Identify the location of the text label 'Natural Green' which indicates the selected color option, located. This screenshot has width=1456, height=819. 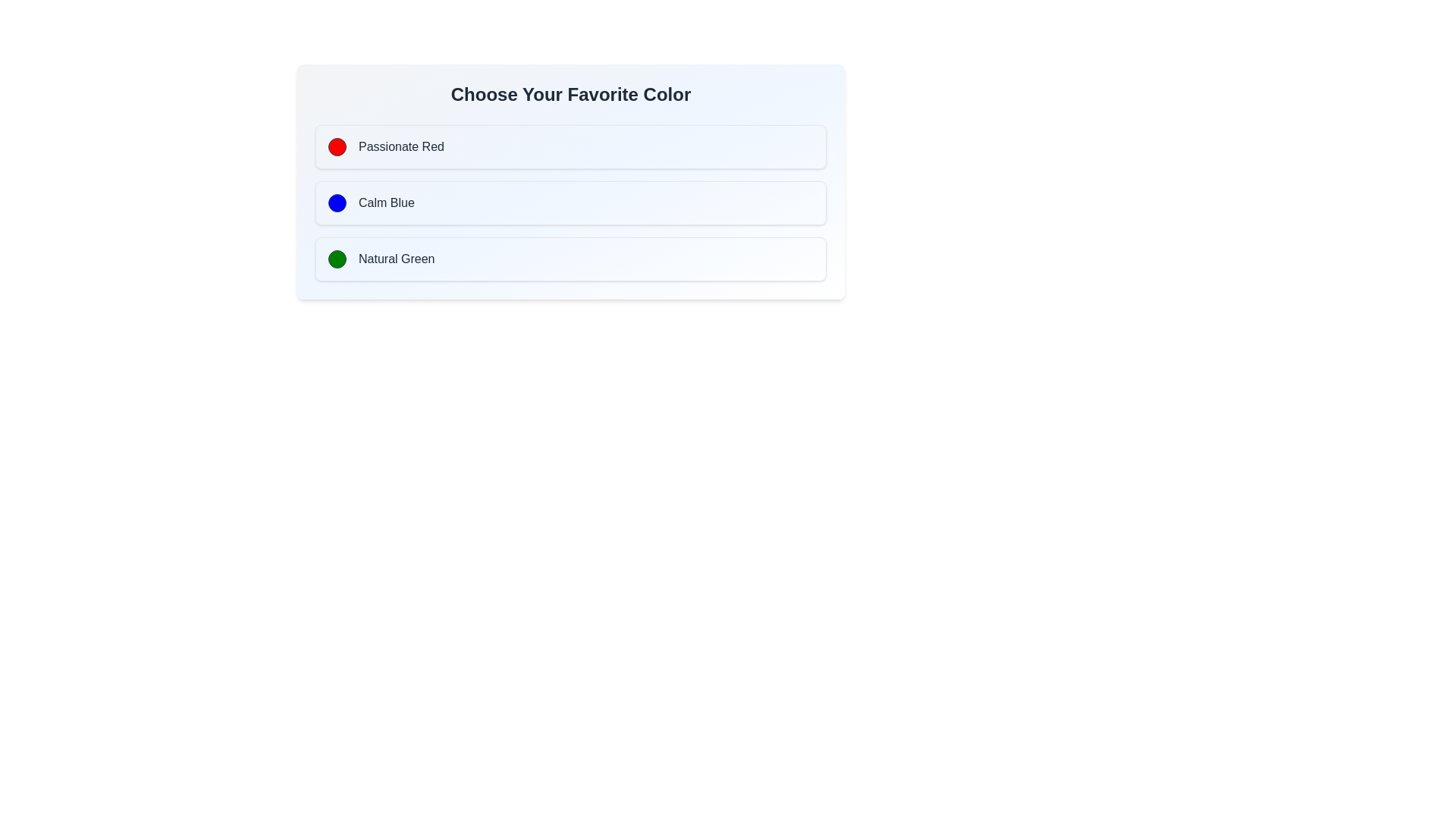
(397, 259).